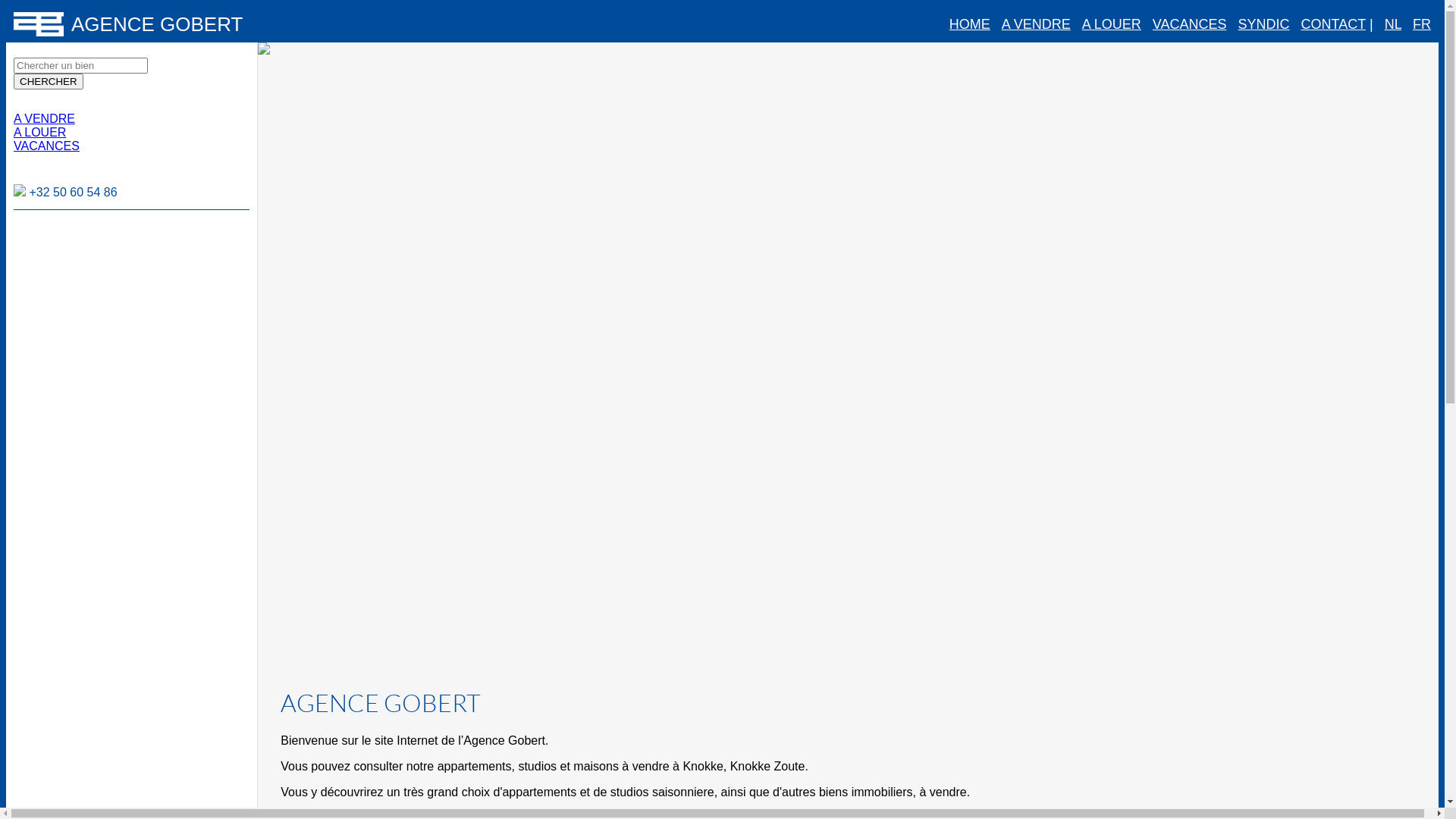 The width and height of the screenshot is (1456, 819). What do you see at coordinates (1393, 24) in the screenshot?
I see `'NL'` at bounding box center [1393, 24].